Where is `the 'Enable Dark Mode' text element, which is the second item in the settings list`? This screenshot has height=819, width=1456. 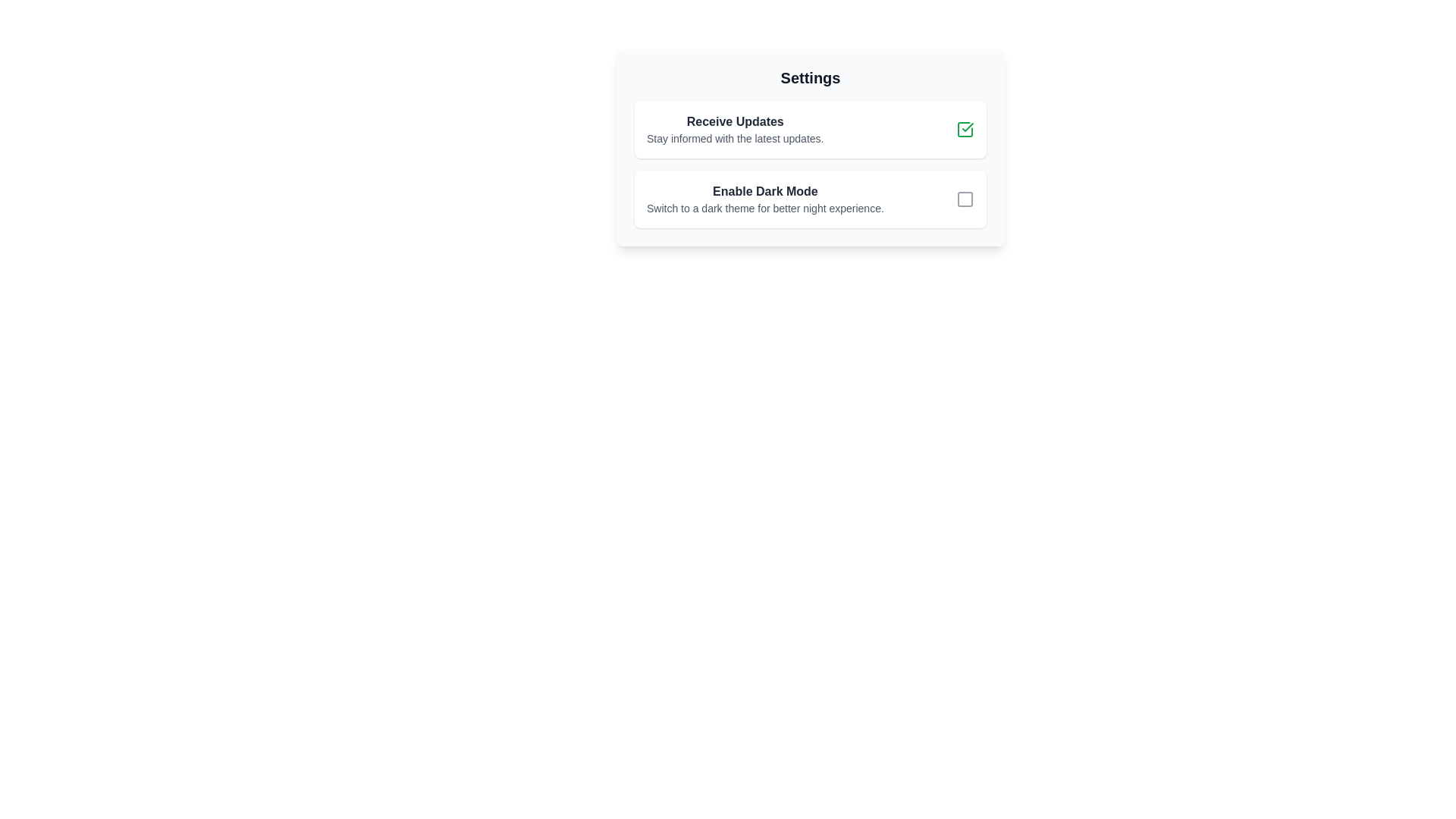 the 'Enable Dark Mode' text element, which is the second item in the settings list is located at coordinates (765, 198).